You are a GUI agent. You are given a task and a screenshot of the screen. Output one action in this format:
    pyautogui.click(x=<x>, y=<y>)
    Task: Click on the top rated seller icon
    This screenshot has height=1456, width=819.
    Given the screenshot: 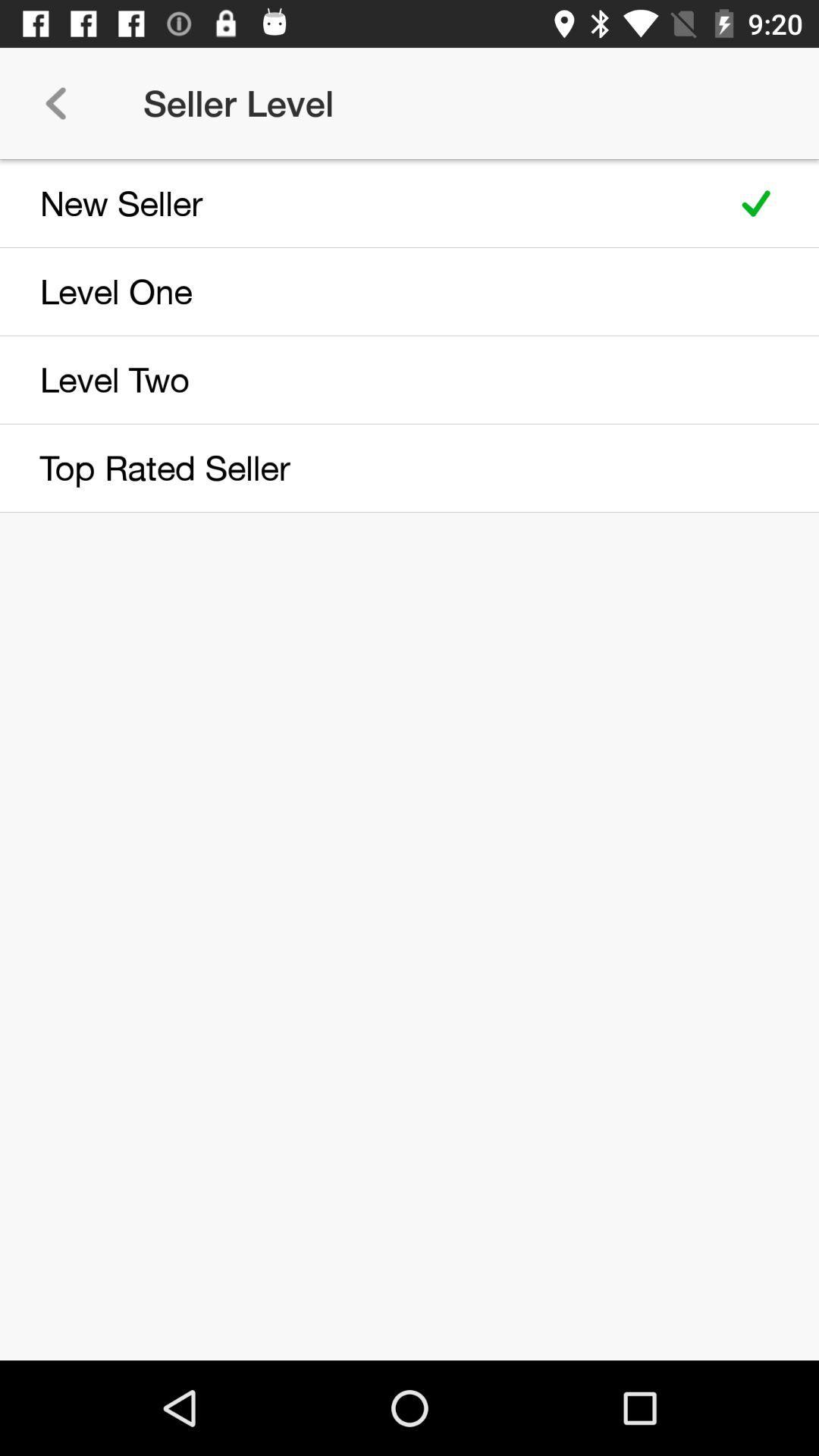 What is the action you would take?
    pyautogui.click(x=358, y=467)
    